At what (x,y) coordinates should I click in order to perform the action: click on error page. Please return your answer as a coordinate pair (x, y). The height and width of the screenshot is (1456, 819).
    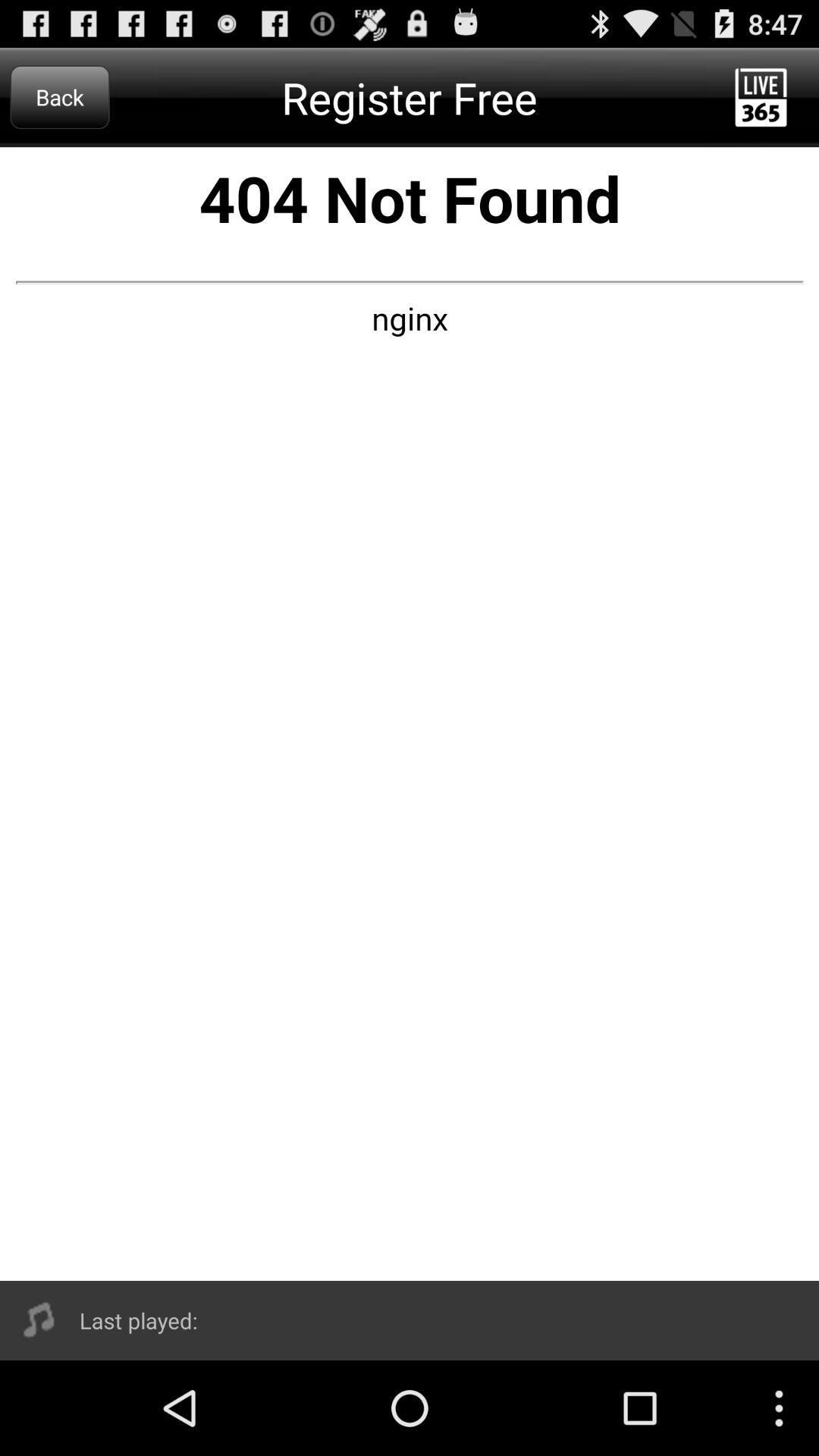
    Looking at the image, I should click on (409, 713).